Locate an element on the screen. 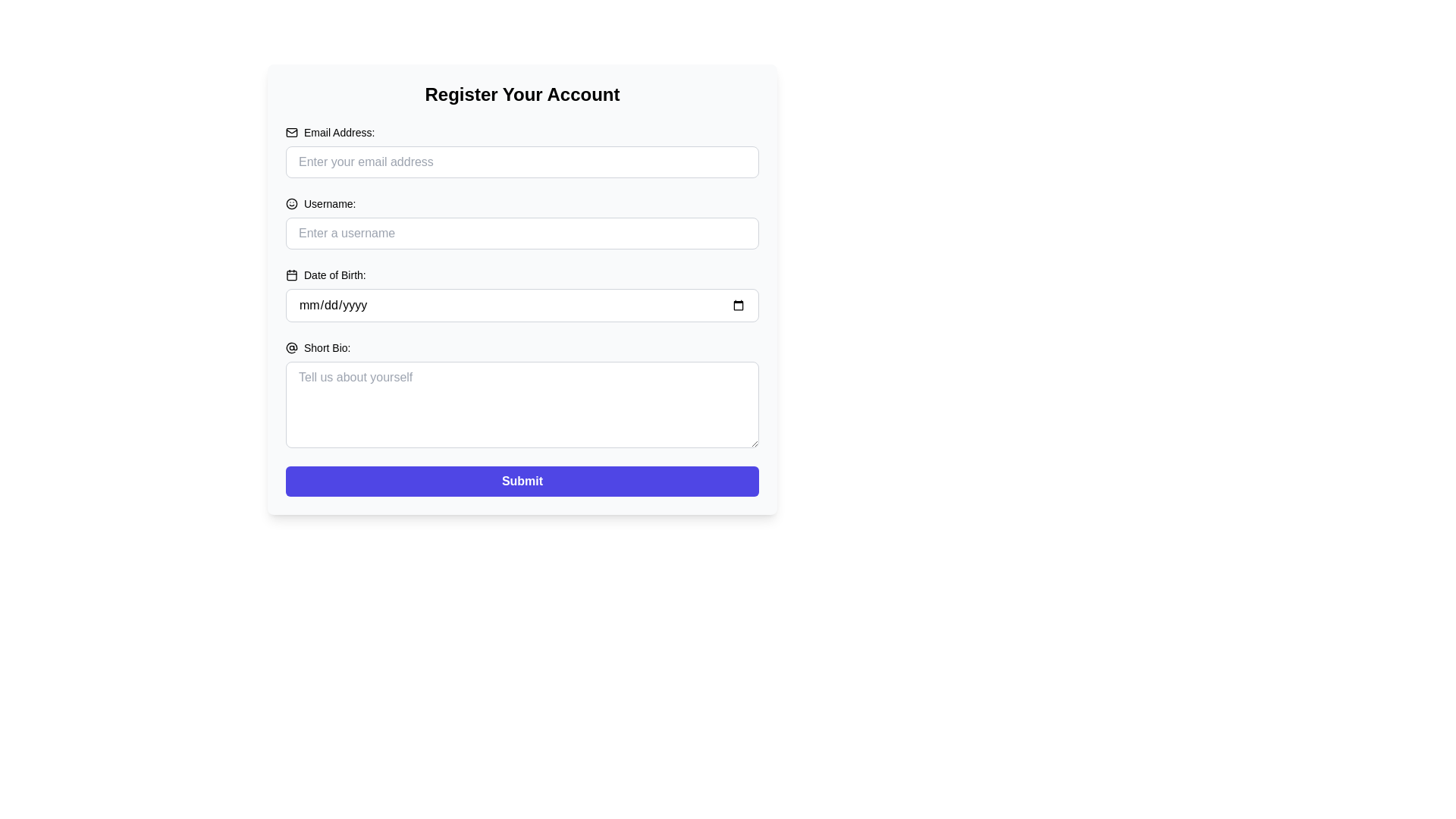  the existing text in the multi-line text input field labeled 'Short Bio:', which is centrally aligned and located below its descriptive label is located at coordinates (522, 403).